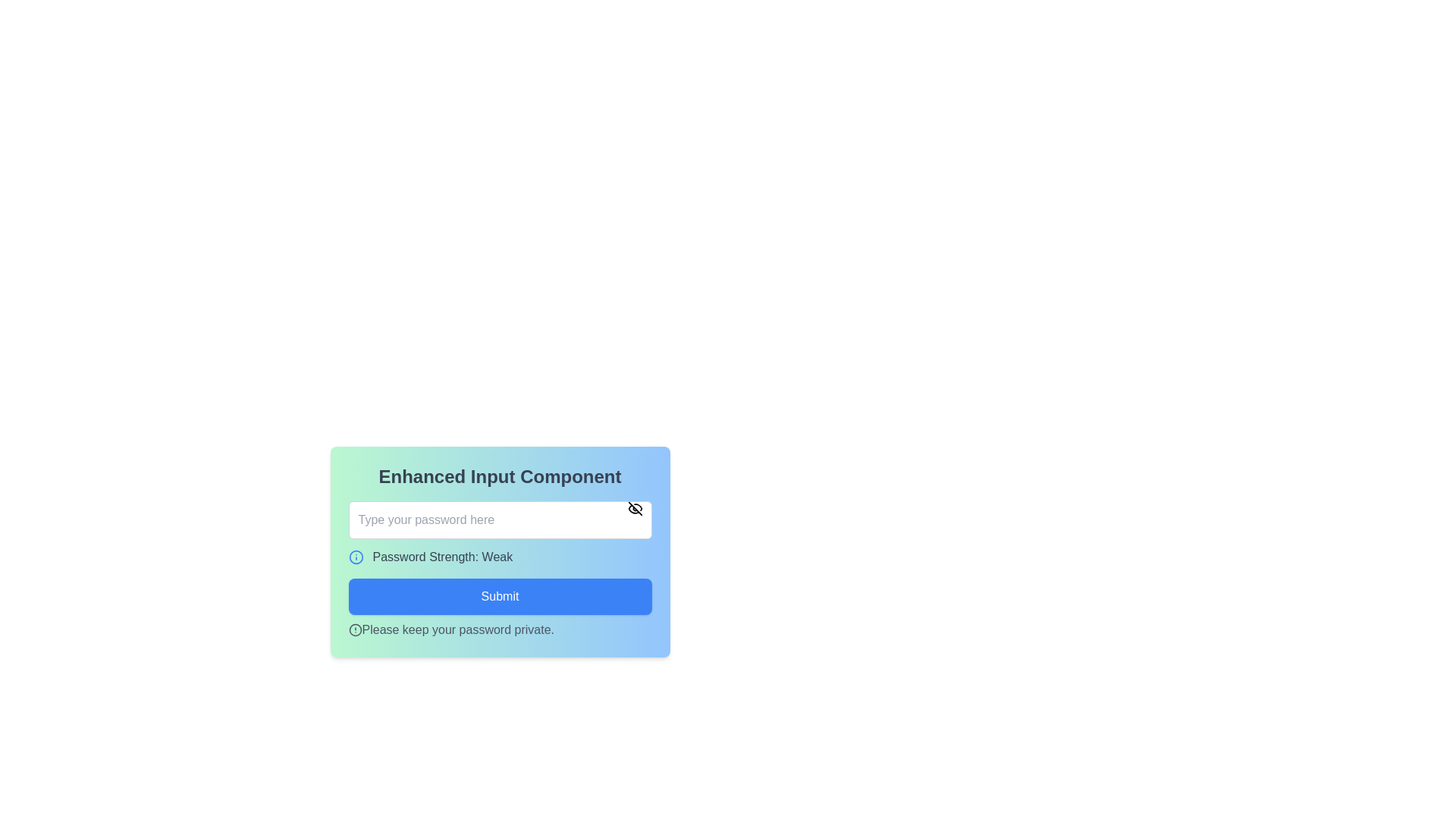 The width and height of the screenshot is (1456, 819). Describe the element at coordinates (500, 629) in the screenshot. I see `the informational text element that provides a cautionary message about password security, located below the 'Submit' button of the 'Enhanced Input Component' interface` at that location.